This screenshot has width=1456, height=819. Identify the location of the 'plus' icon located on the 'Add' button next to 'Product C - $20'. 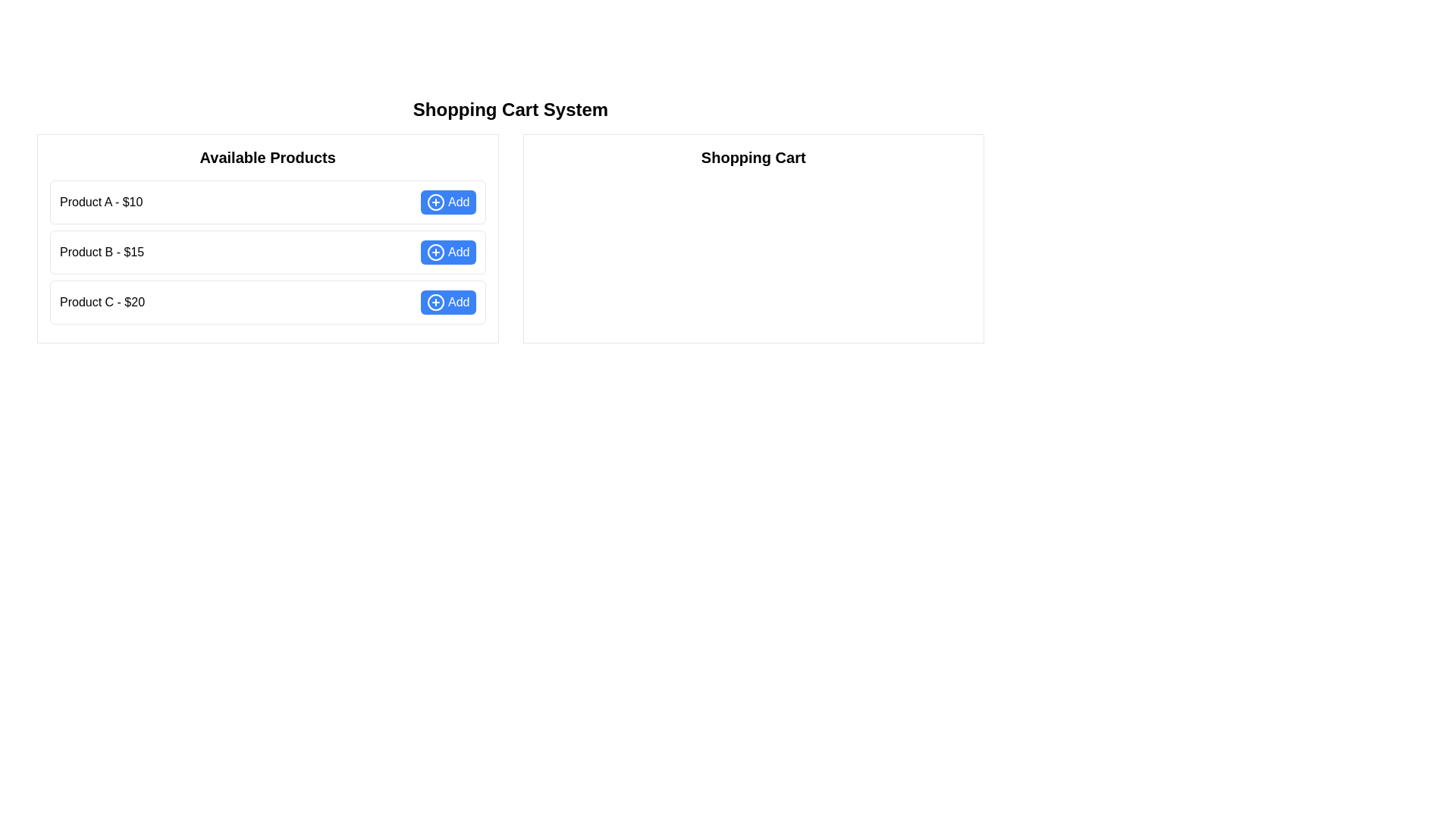
(435, 302).